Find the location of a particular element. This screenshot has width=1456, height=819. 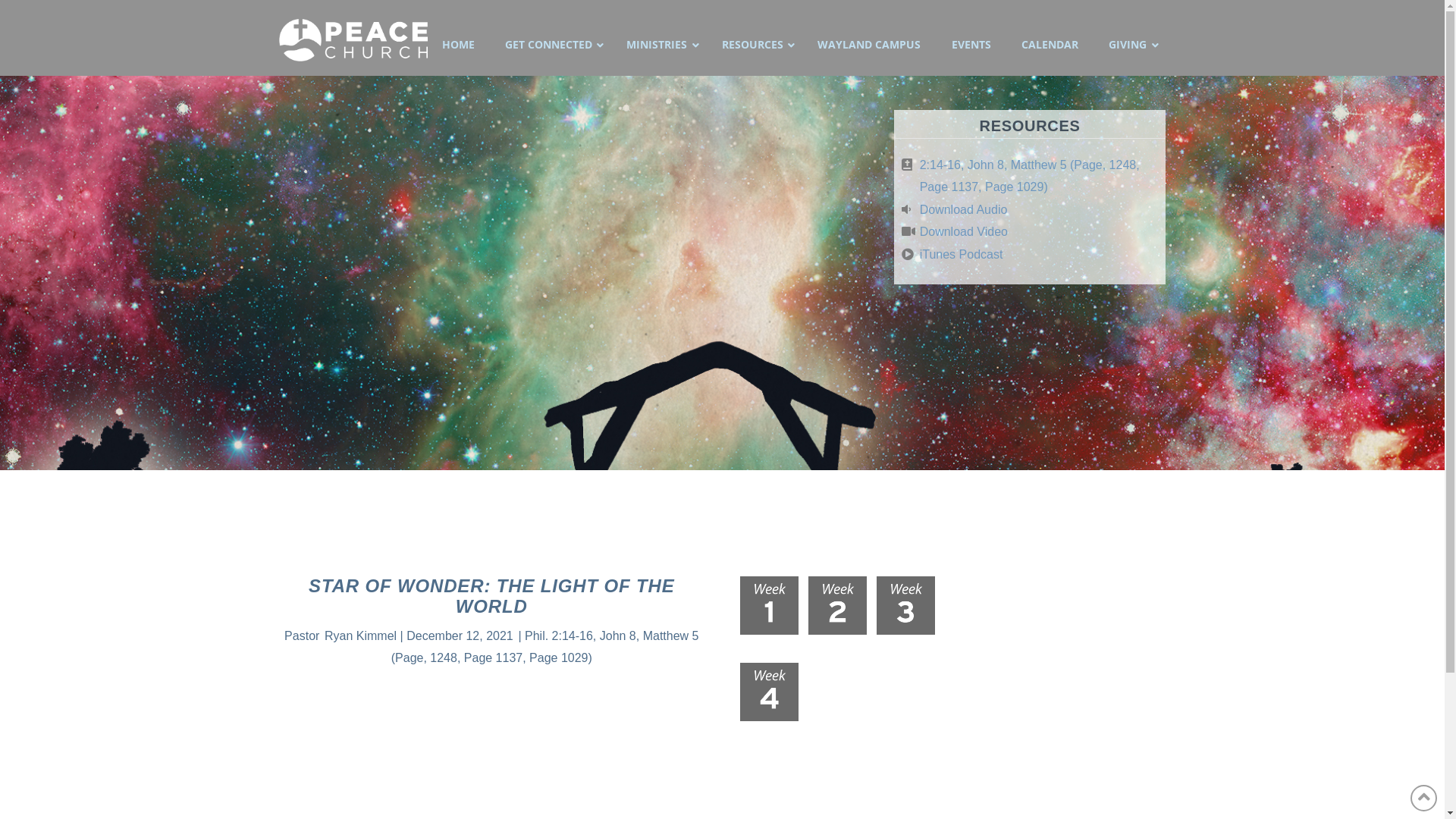

'iTunes Podcast' is located at coordinates (960, 253).